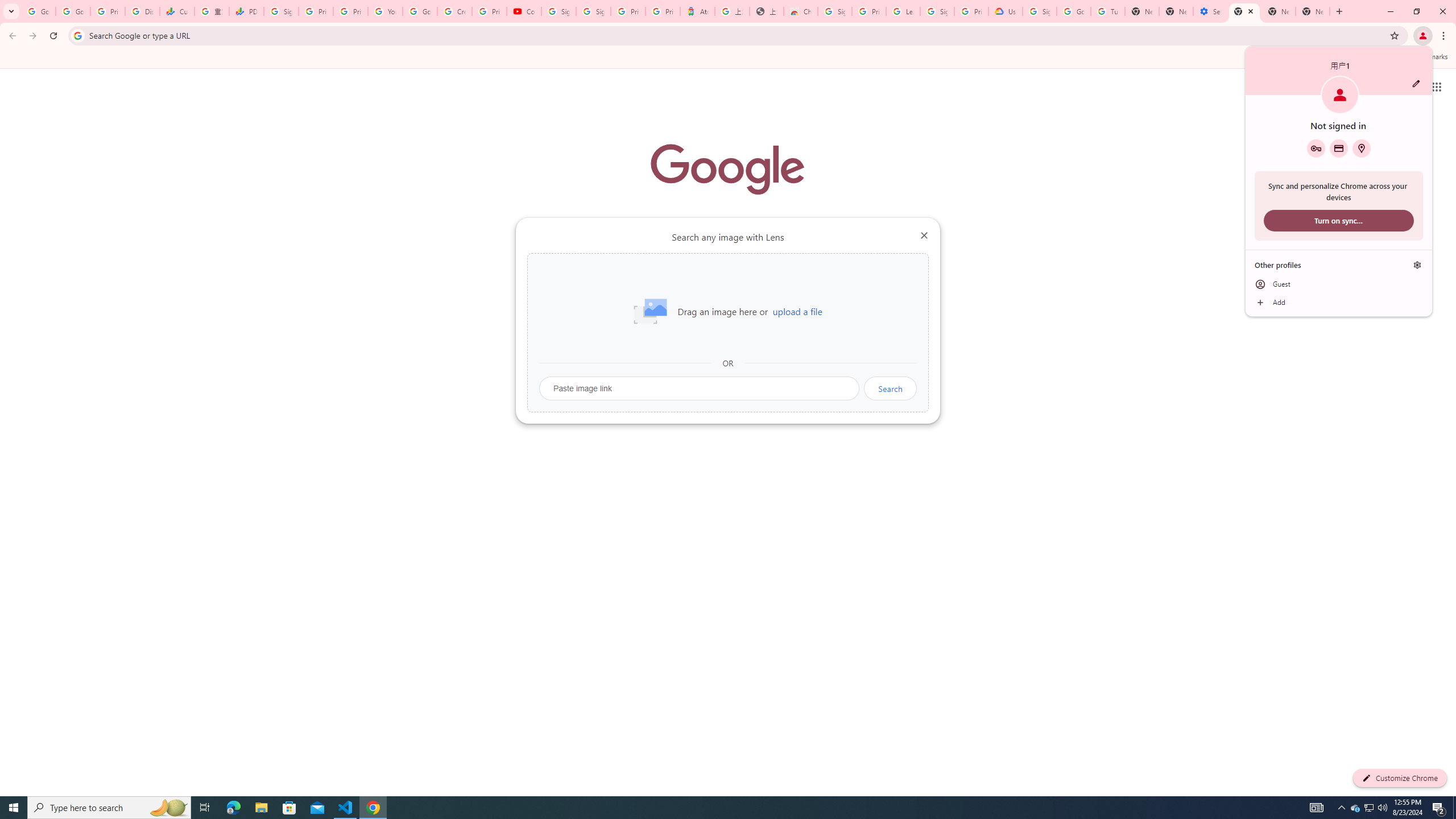 The width and height of the screenshot is (1456, 819). I want to click on 'Q2790: 100%', so click(1381, 806).